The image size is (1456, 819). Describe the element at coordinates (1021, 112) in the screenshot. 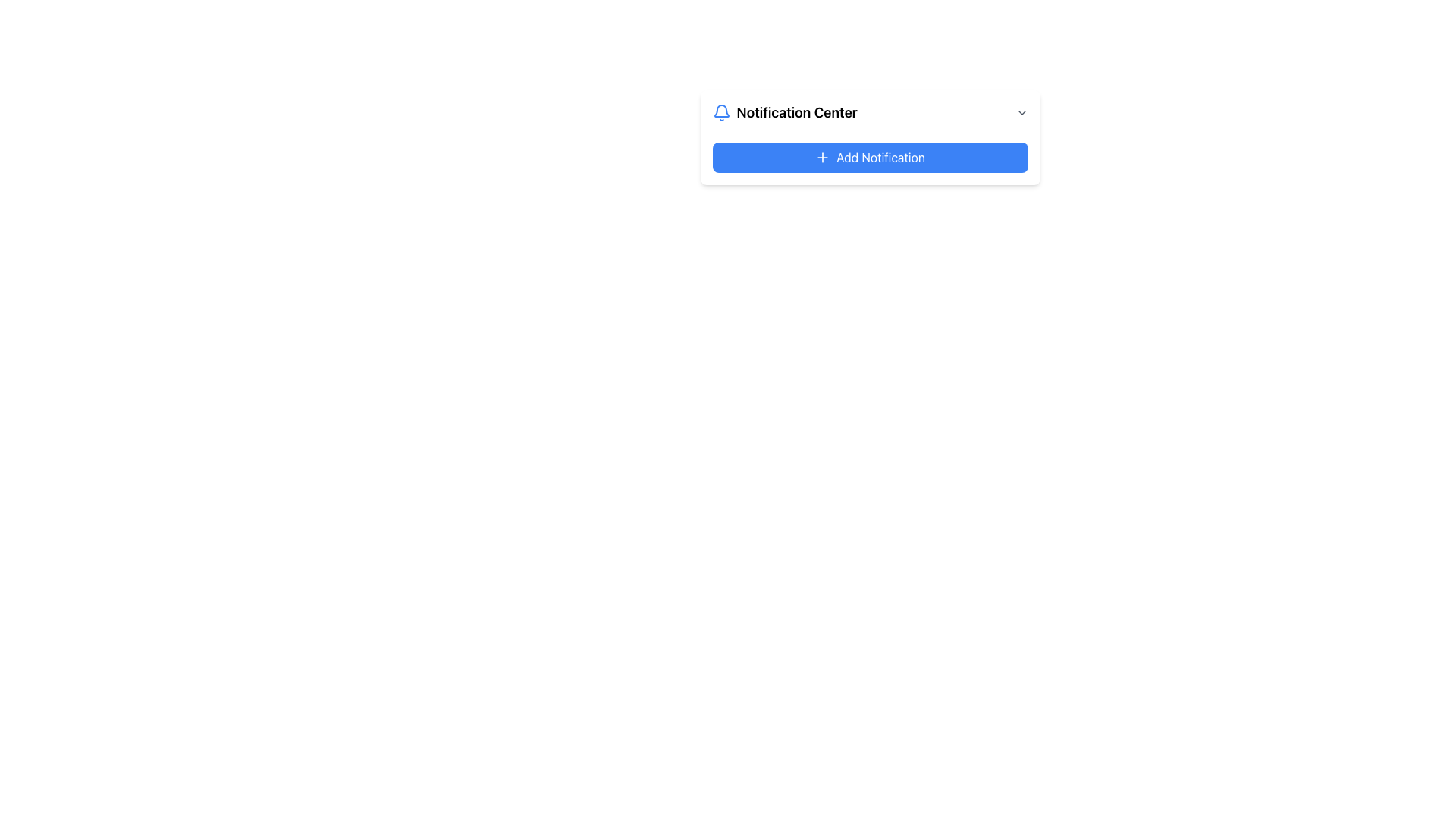

I see `the small, gray downward-pointing chevron icon in the 'Notification Center' header section` at that location.